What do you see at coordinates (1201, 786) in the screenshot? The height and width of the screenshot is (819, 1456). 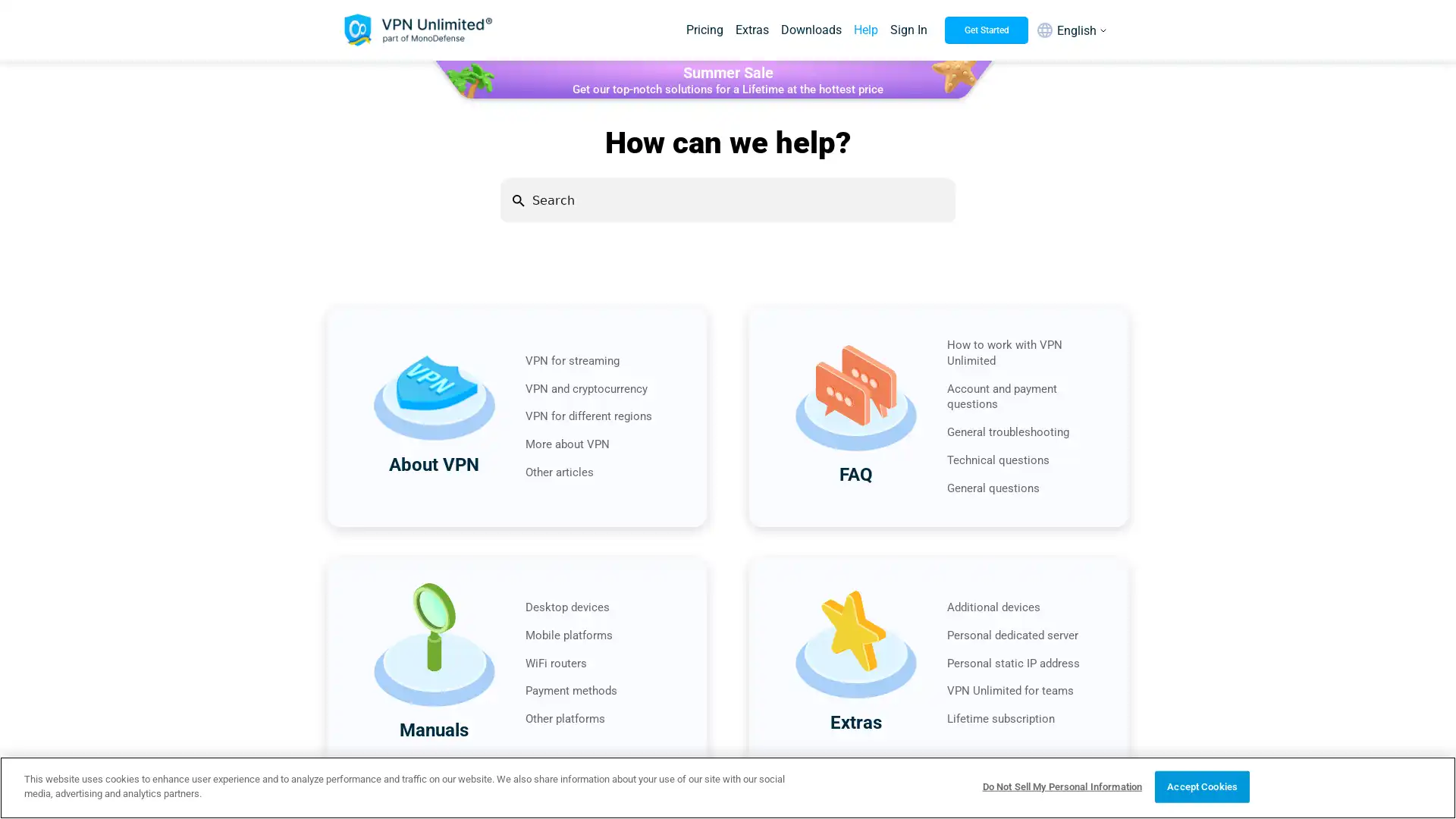 I see `Accept Cookies` at bounding box center [1201, 786].